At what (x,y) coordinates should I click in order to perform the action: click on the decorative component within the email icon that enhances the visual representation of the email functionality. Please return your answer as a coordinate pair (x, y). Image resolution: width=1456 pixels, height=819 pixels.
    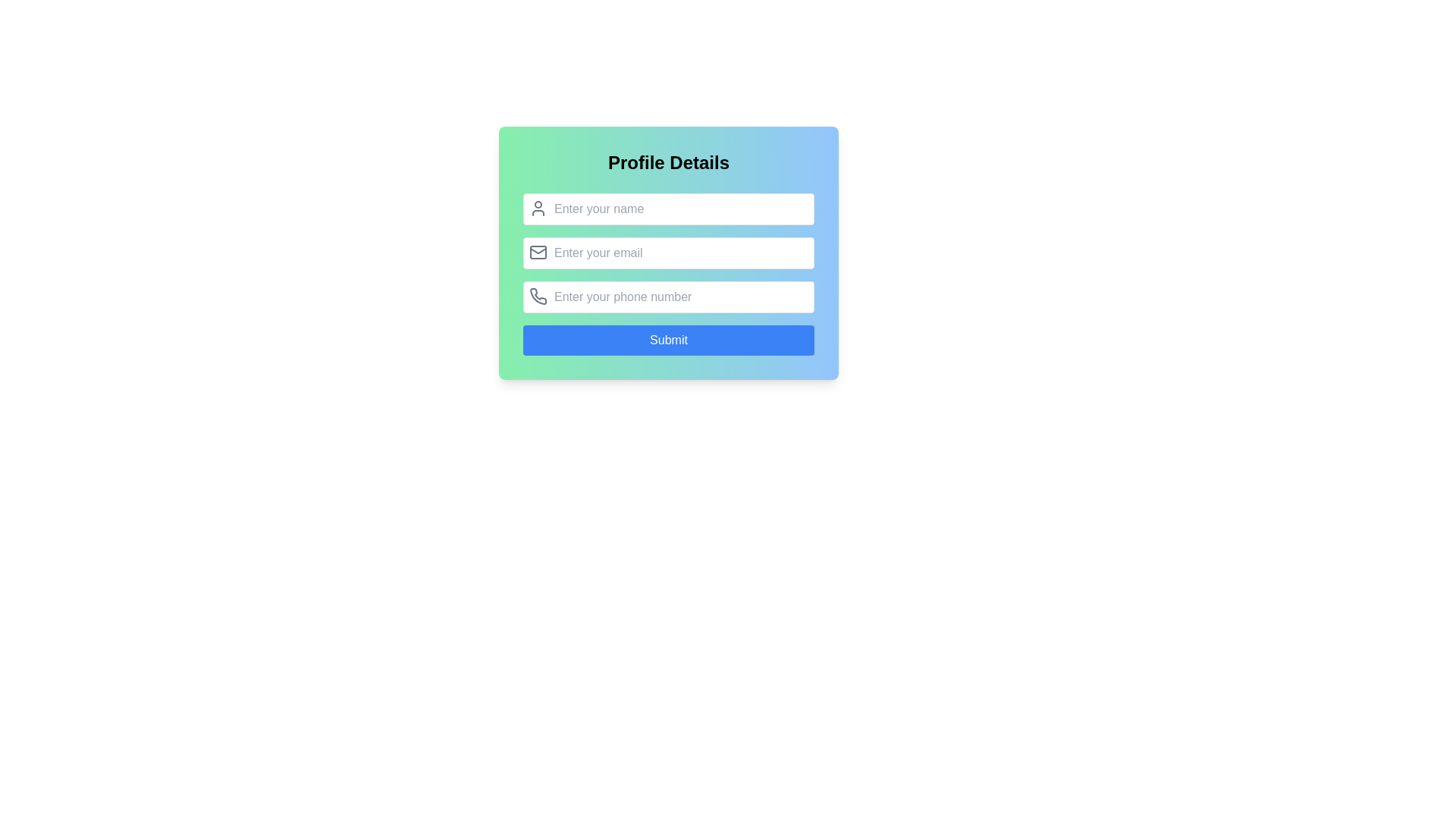
    Looking at the image, I should click on (538, 251).